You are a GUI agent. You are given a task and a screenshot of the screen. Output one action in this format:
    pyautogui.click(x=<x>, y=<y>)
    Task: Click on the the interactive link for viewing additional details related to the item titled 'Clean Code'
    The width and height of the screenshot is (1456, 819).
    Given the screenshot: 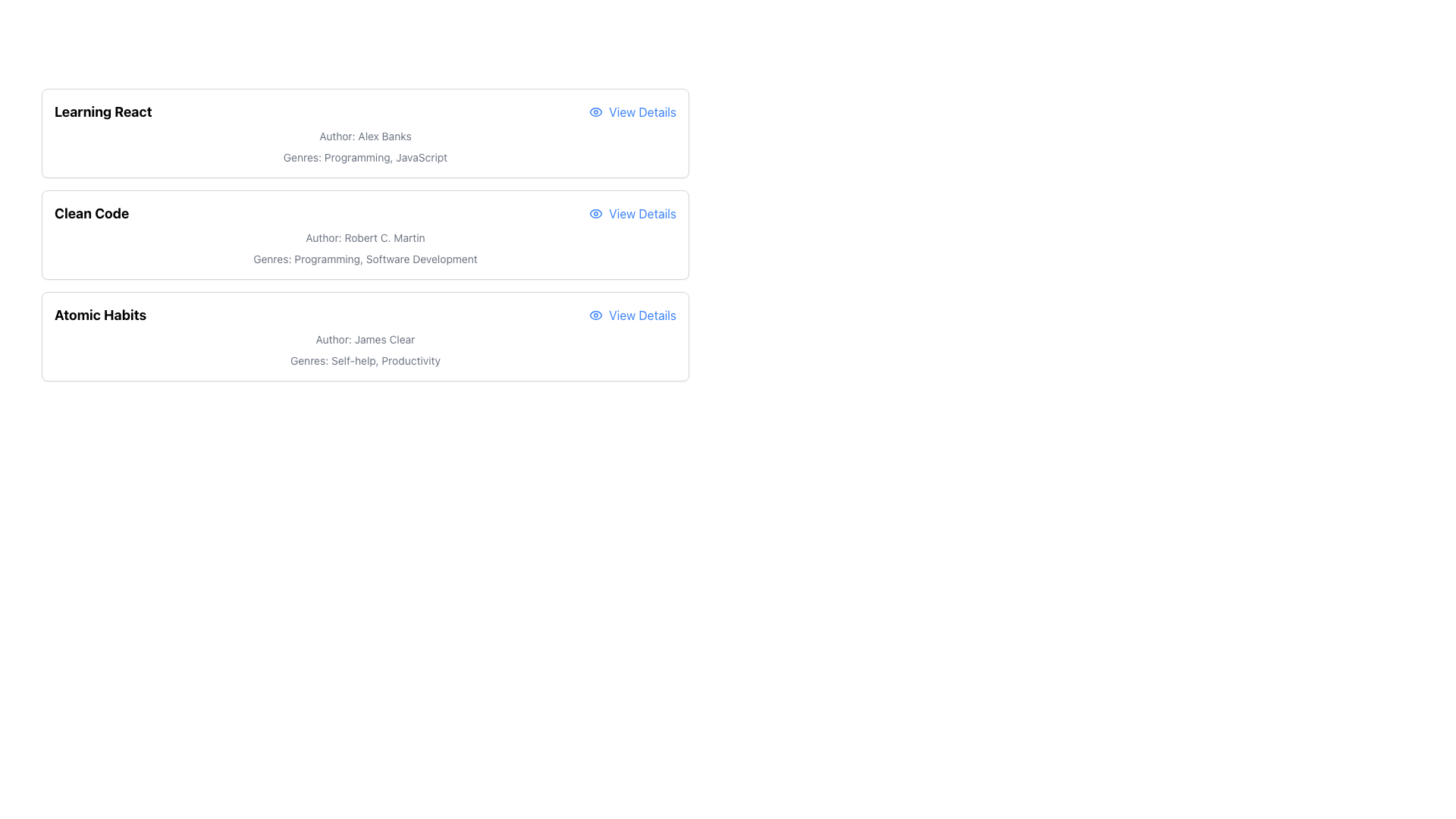 What is the action you would take?
    pyautogui.click(x=632, y=213)
    